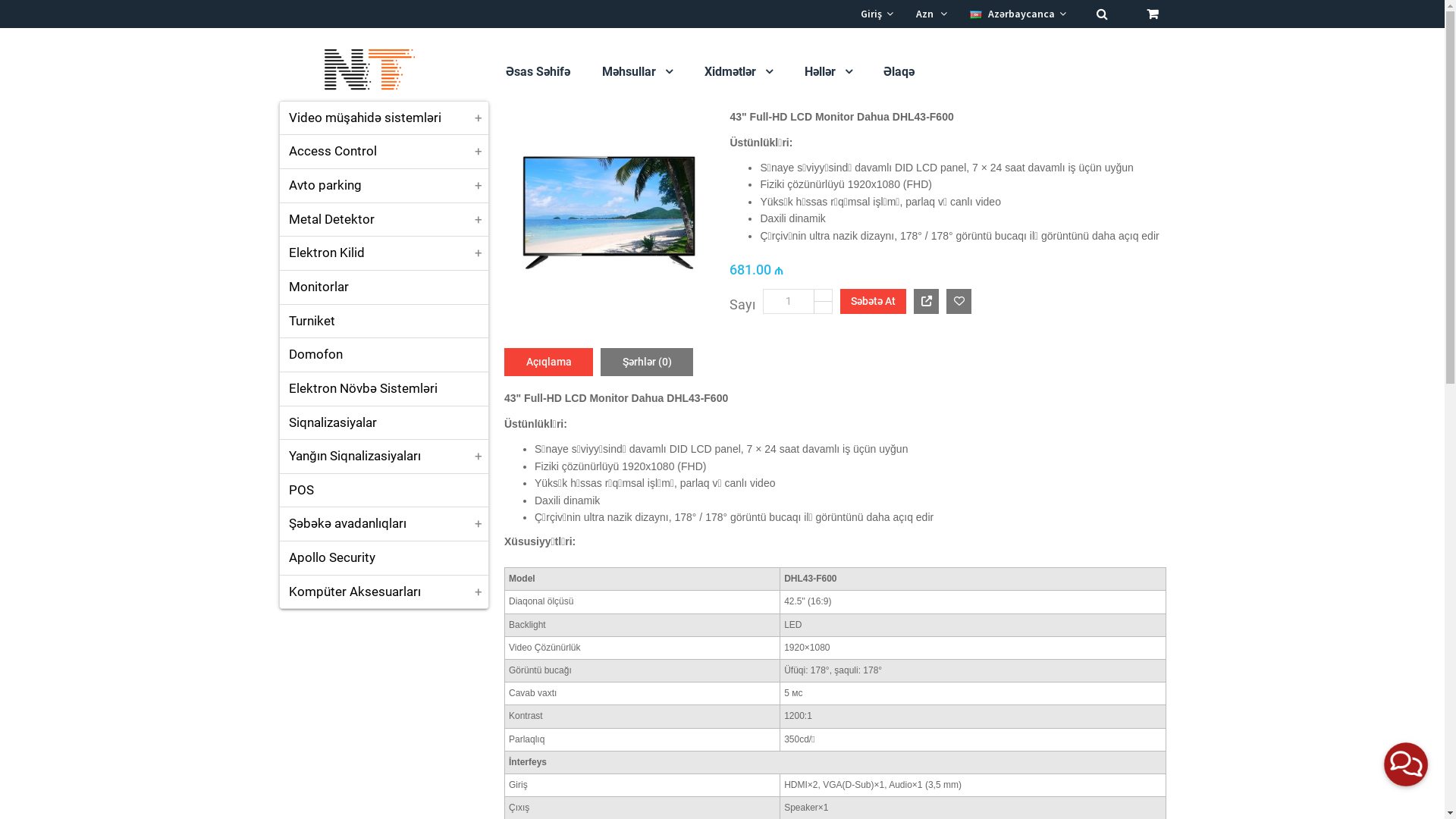  I want to click on 'Domofon', so click(383, 354).